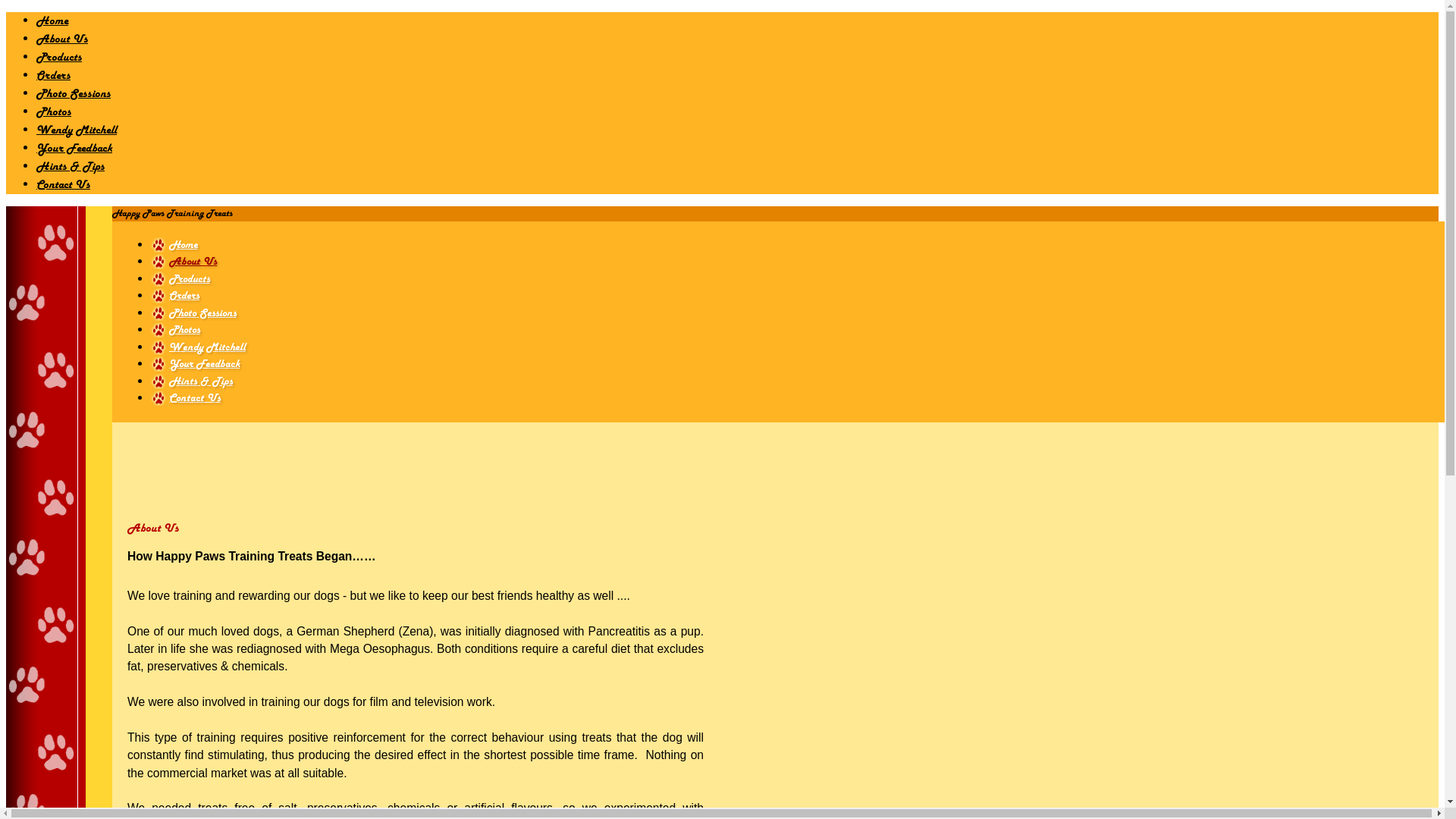 Image resolution: width=1456 pixels, height=819 pixels. Describe the element at coordinates (194, 363) in the screenshot. I see `'Your Feedback'` at that location.